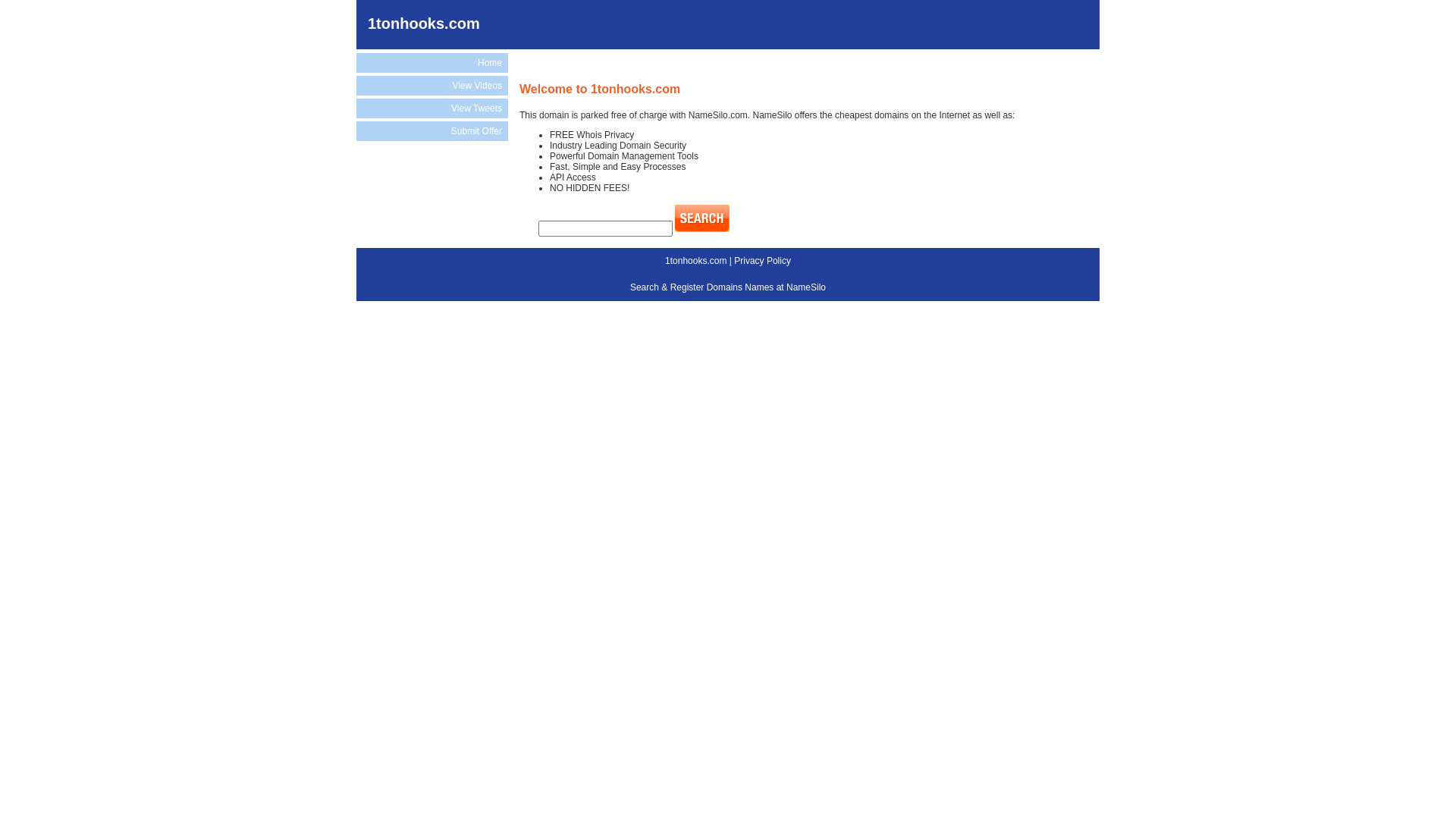  I want to click on 'View Videos', so click(356, 85).